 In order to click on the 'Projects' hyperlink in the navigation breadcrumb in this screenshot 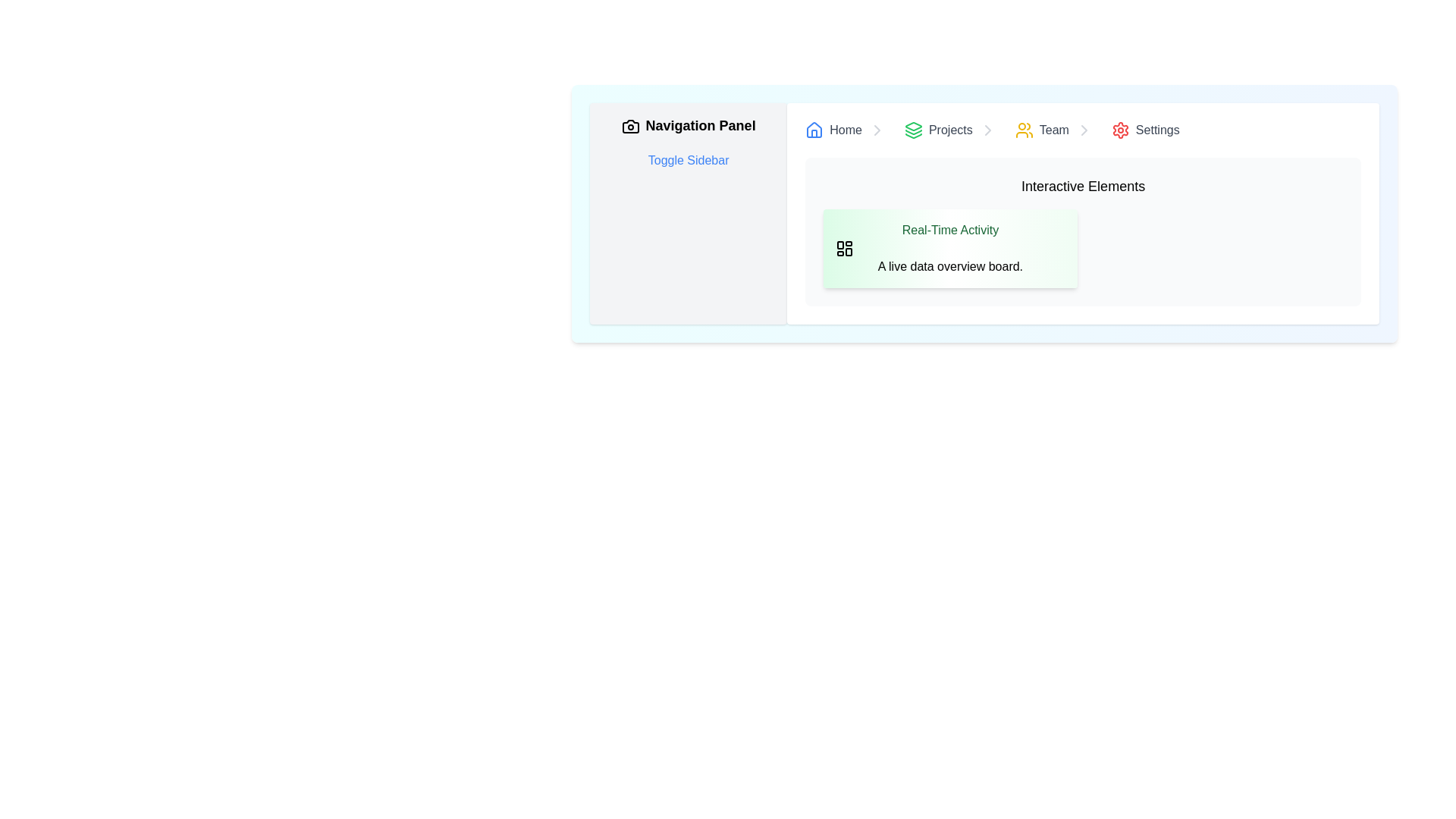, I will do `click(952, 130)`.